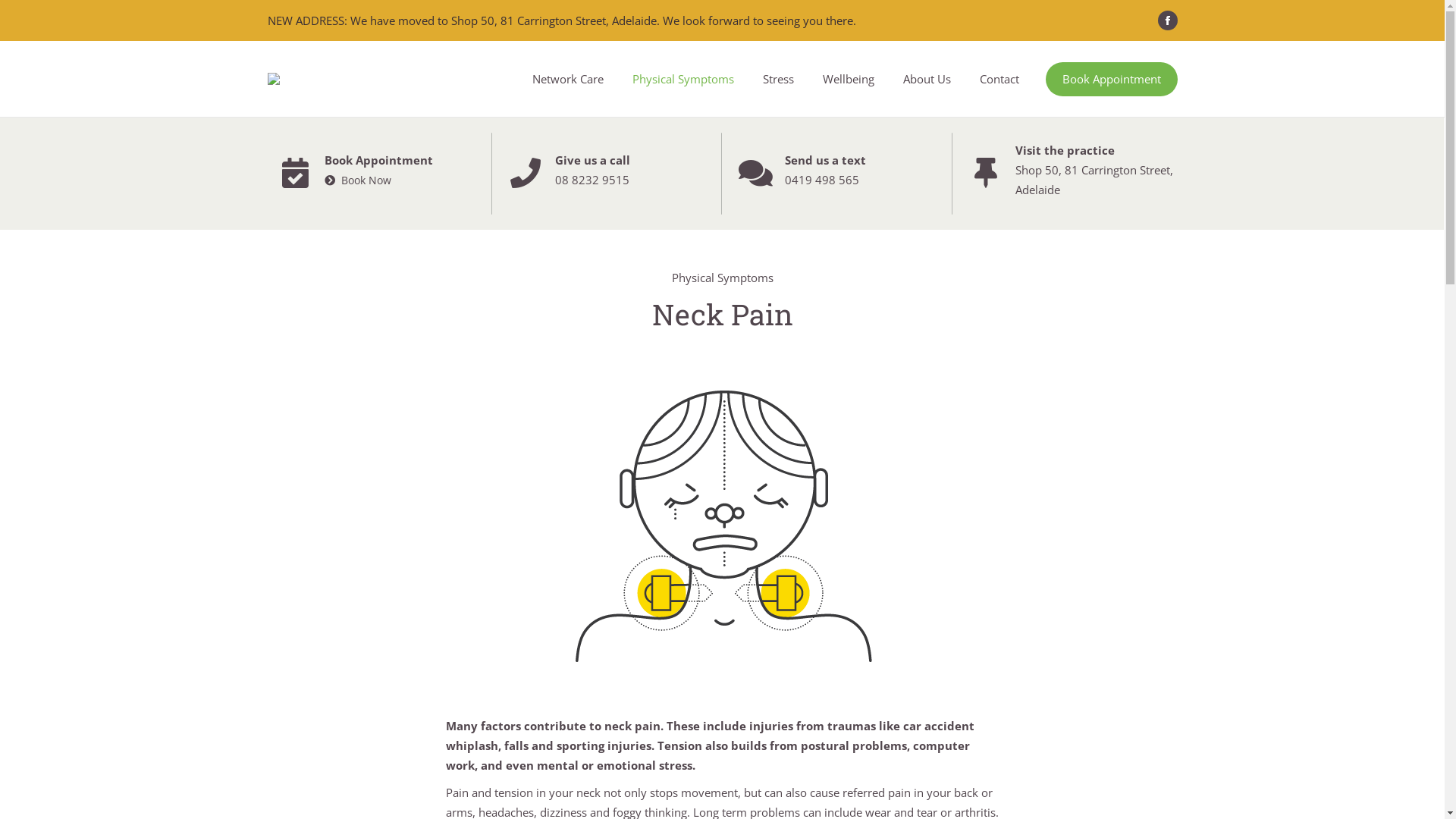  Describe the element at coordinates (356, 180) in the screenshot. I see `'Book Now'` at that location.